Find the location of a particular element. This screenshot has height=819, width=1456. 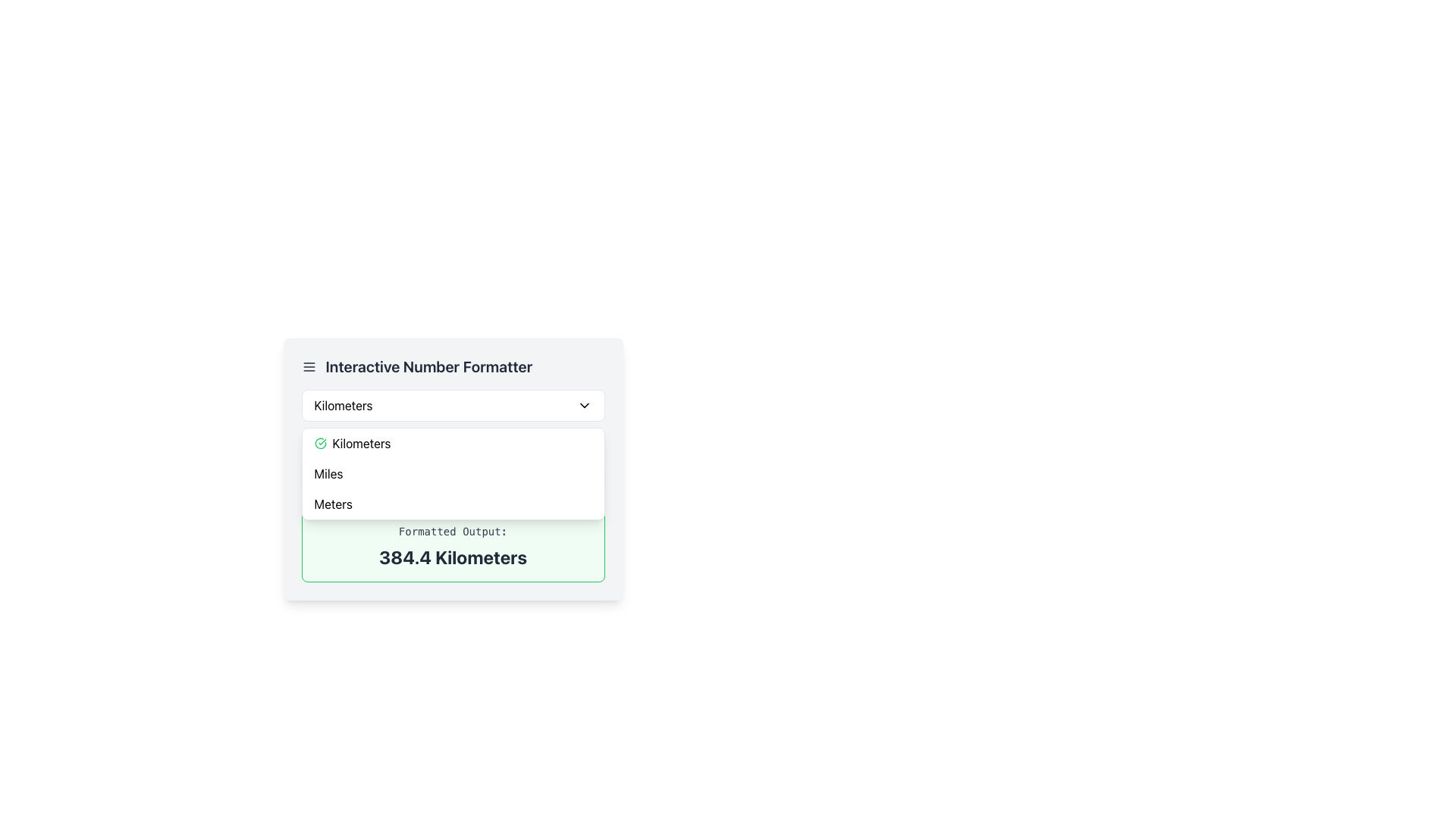

the dropdown indicator icon located to the far right of the text 'Kilometers' is located at coordinates (583, 405).